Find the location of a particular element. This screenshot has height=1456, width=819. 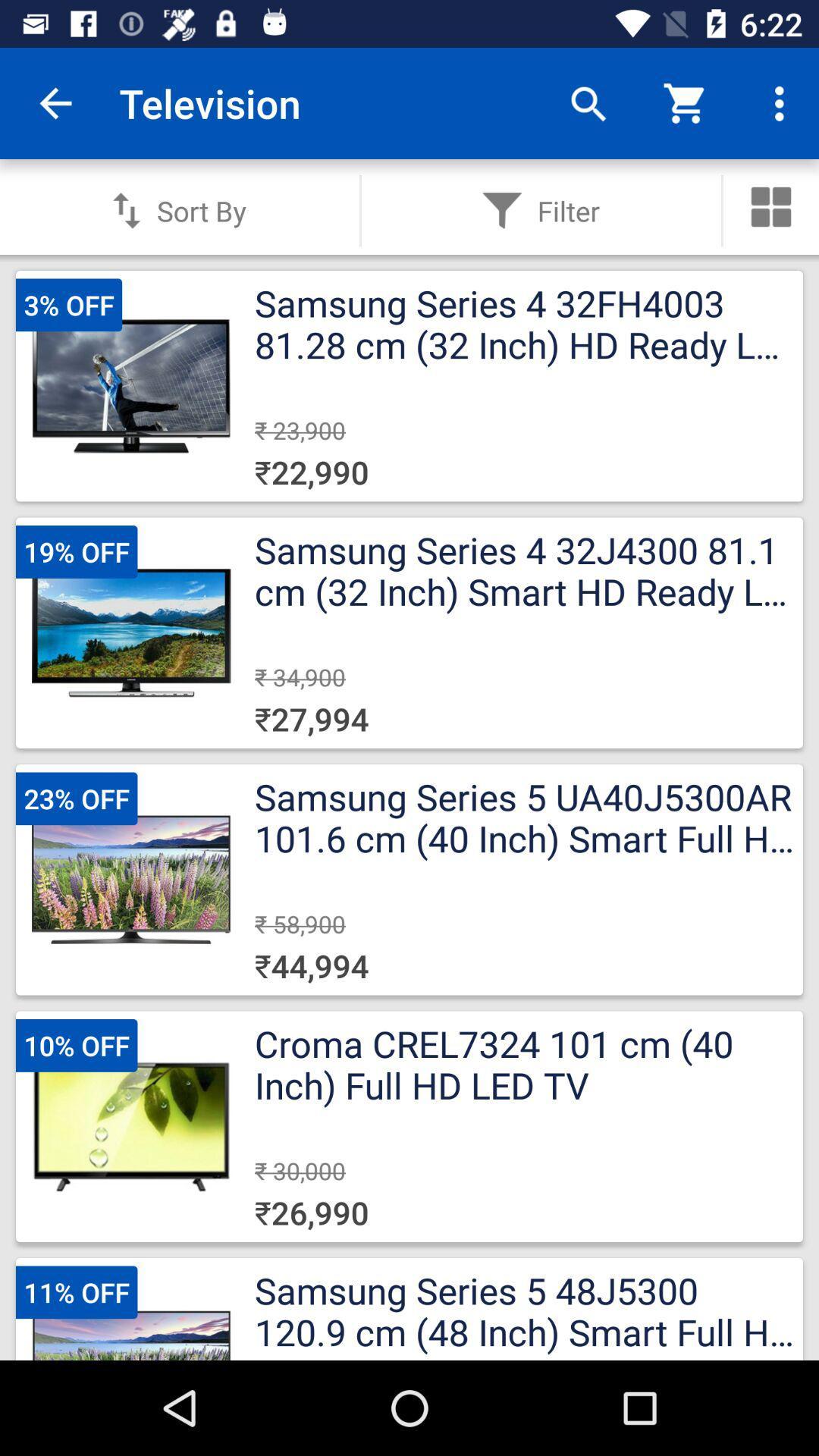

image of samsung series 5 is located at coordinates (130, 880).